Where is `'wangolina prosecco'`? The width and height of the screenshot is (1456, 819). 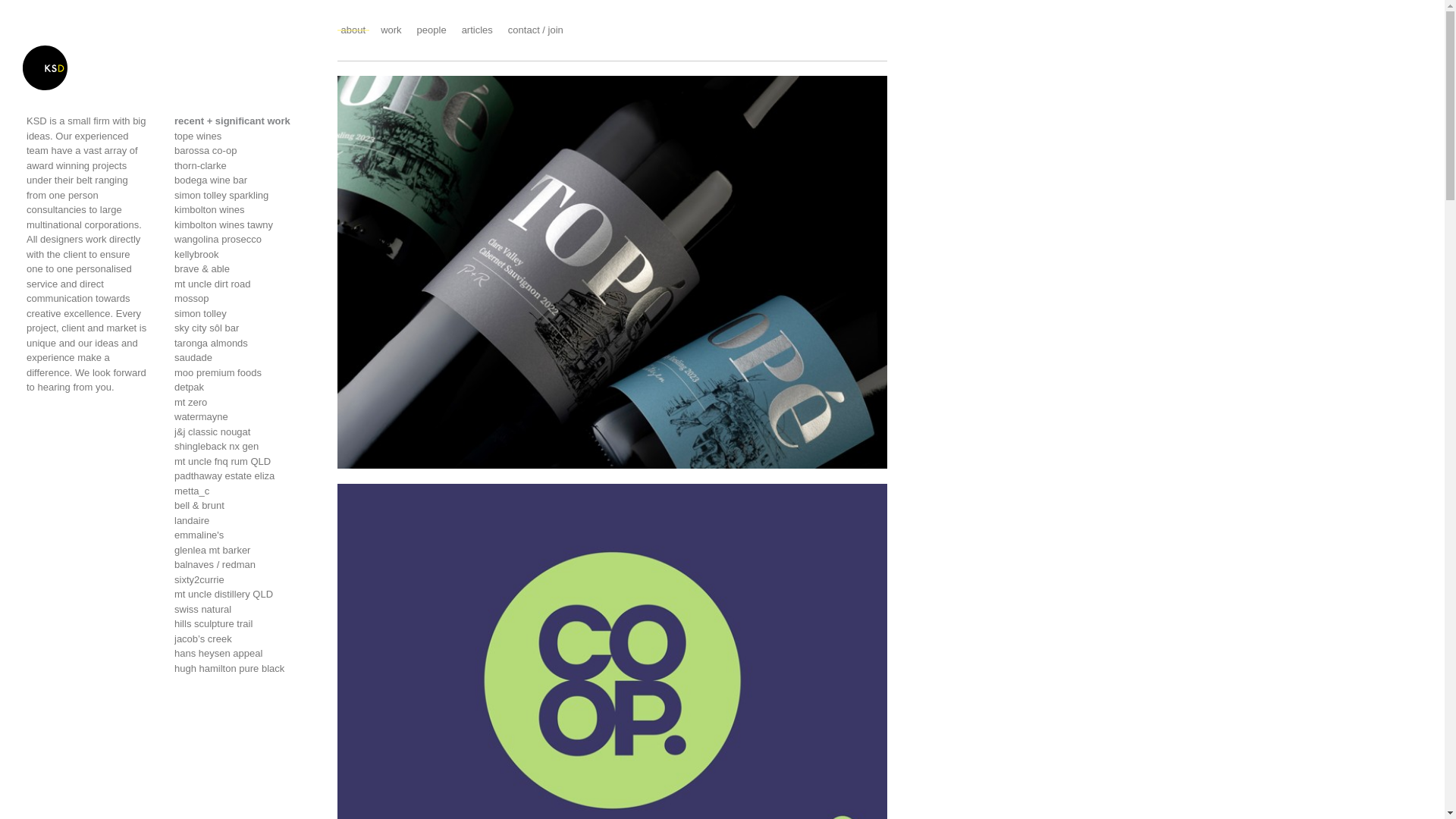
'wangolina prosecco' is located at coordinates (243, 239).